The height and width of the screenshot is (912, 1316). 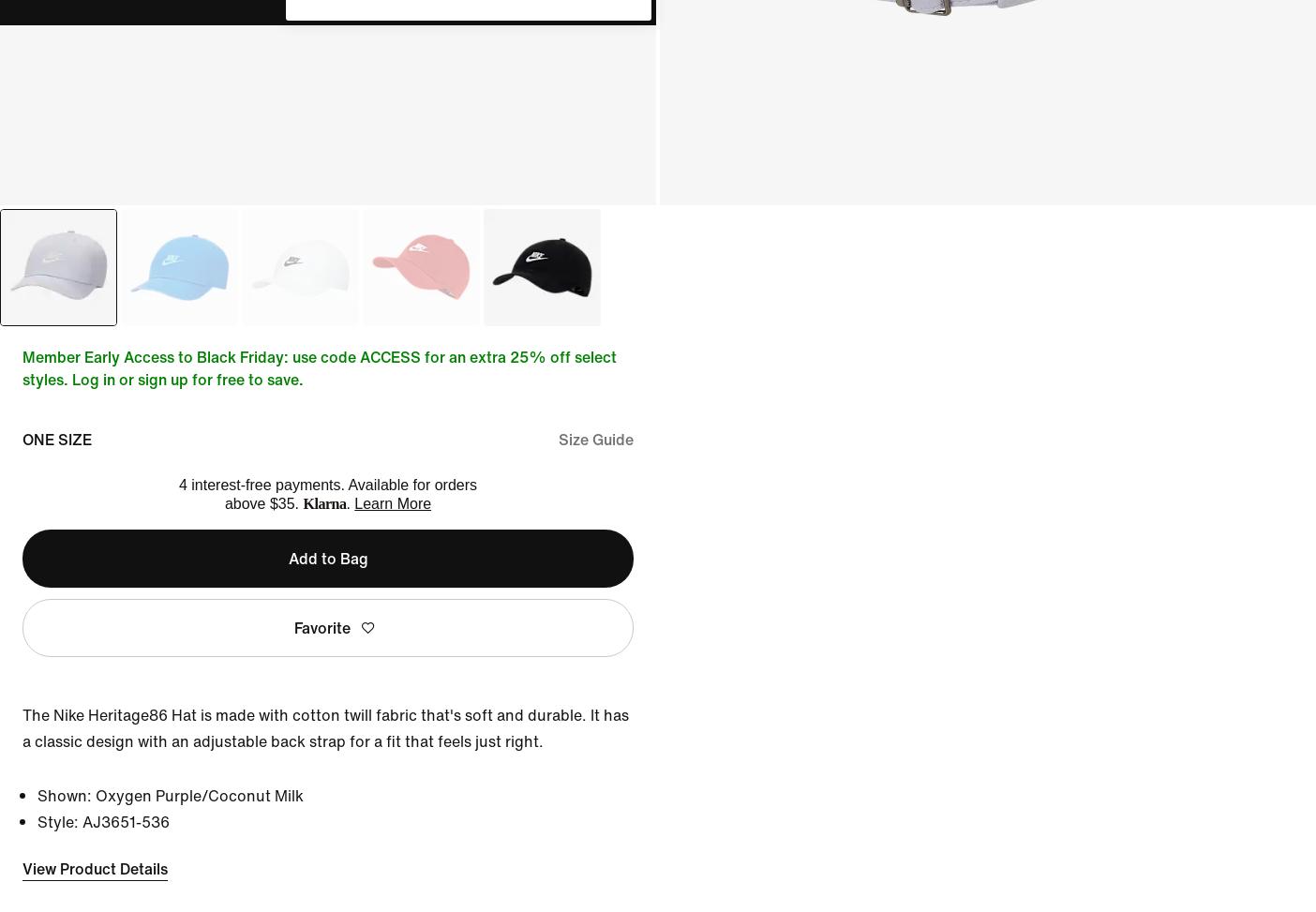 What do you see at coordinates (299, 242) in the screenshot?
I see `'Morocco'` at bounding box center [299, 242].